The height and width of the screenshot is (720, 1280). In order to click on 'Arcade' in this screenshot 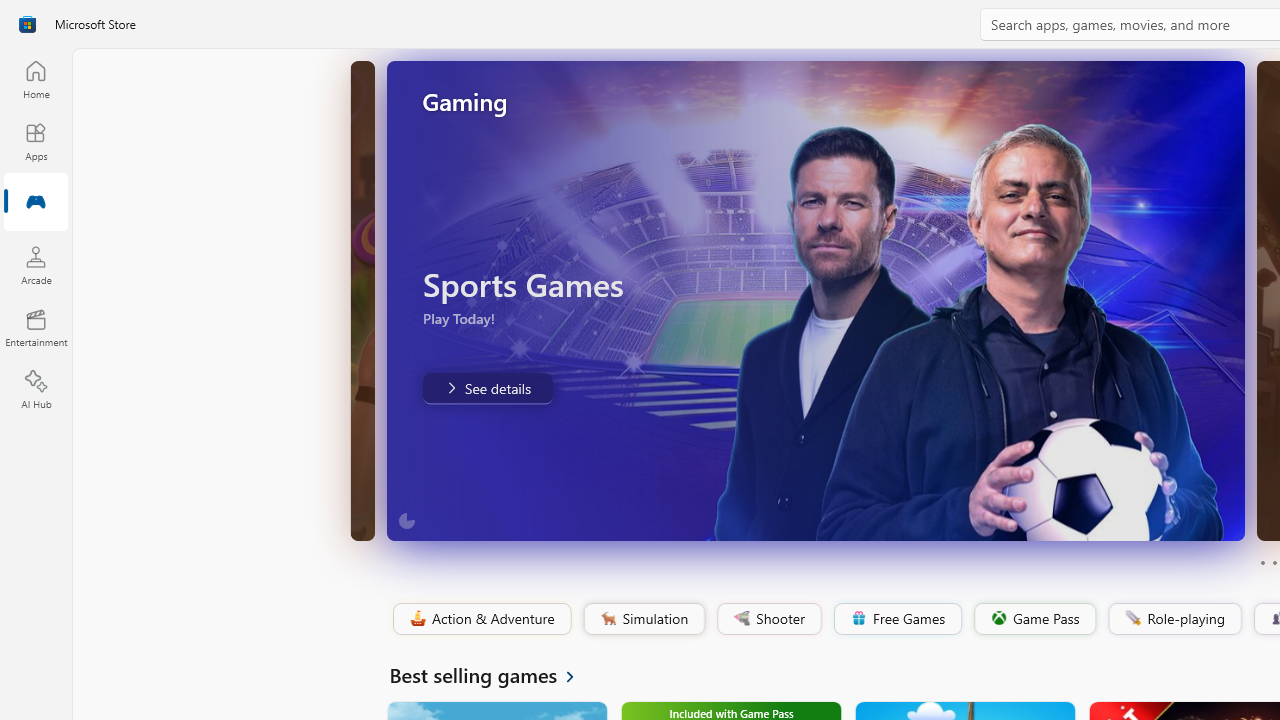, I will do `click(35, 264)`.